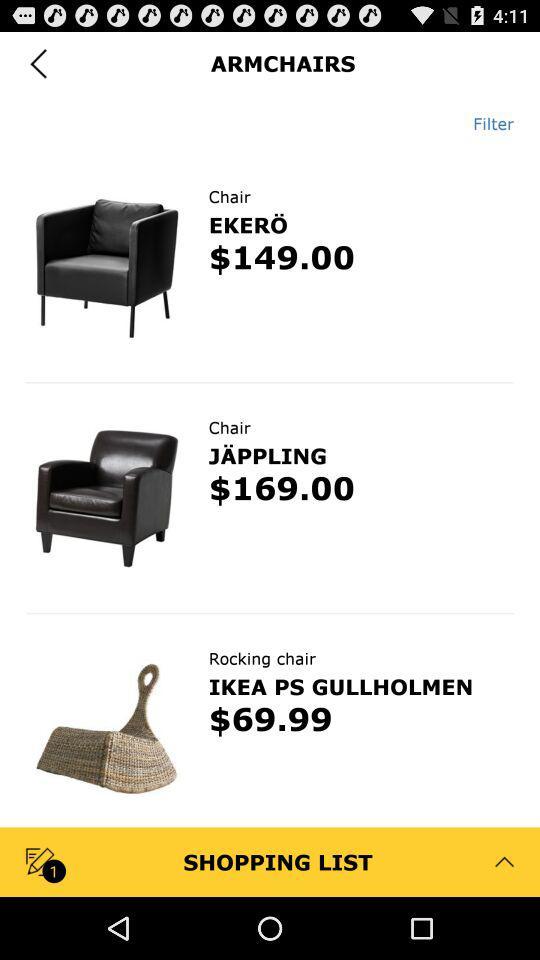 This screenshot has height=960, width=540. Describe the element at coordinates (485, 122) in the screenshot. I see `the item at the top right corner` at that location.